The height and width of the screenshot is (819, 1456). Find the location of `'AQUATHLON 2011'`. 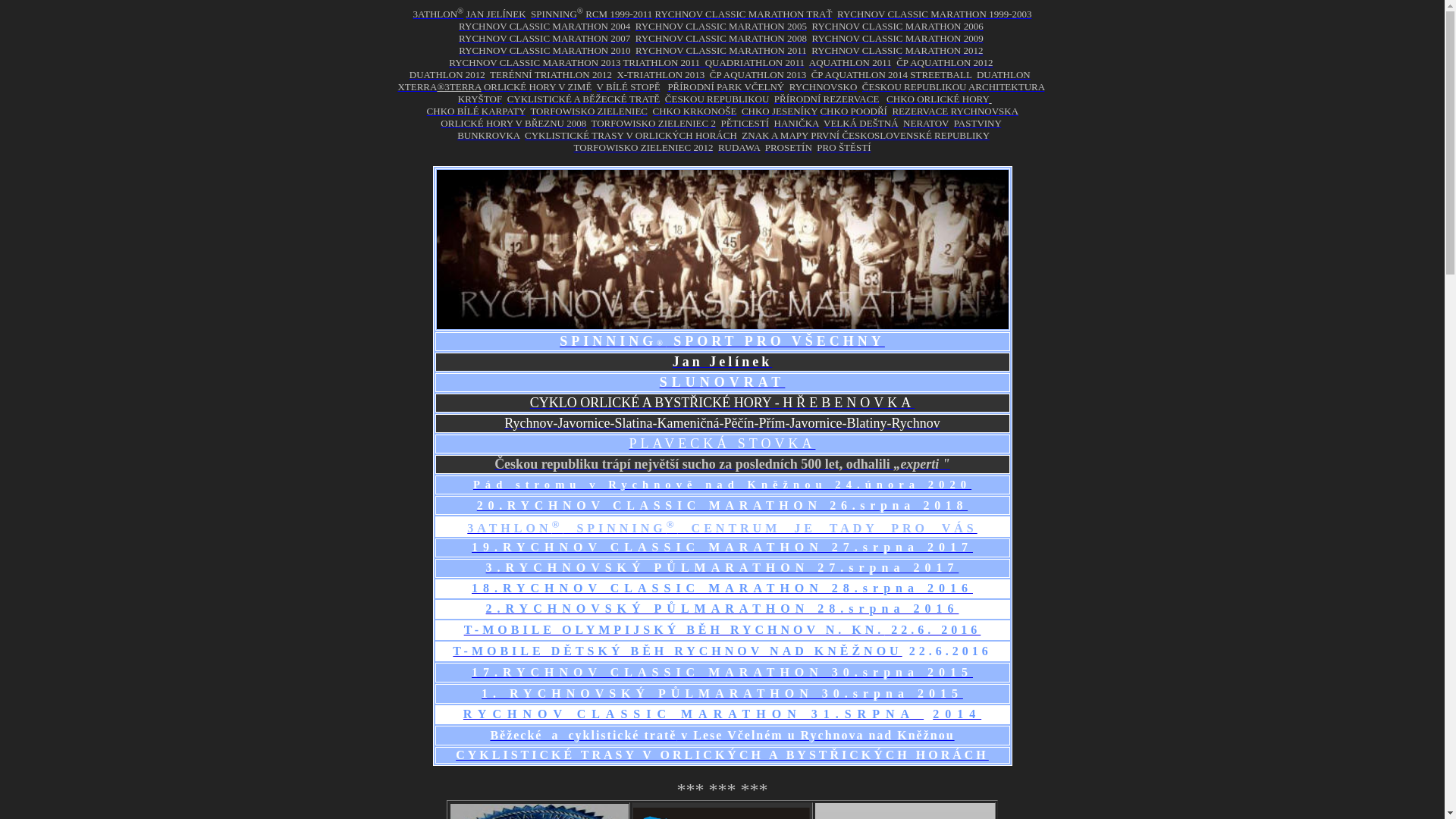

'AQUATHLON 2011' is located at coordinates (808, 61).